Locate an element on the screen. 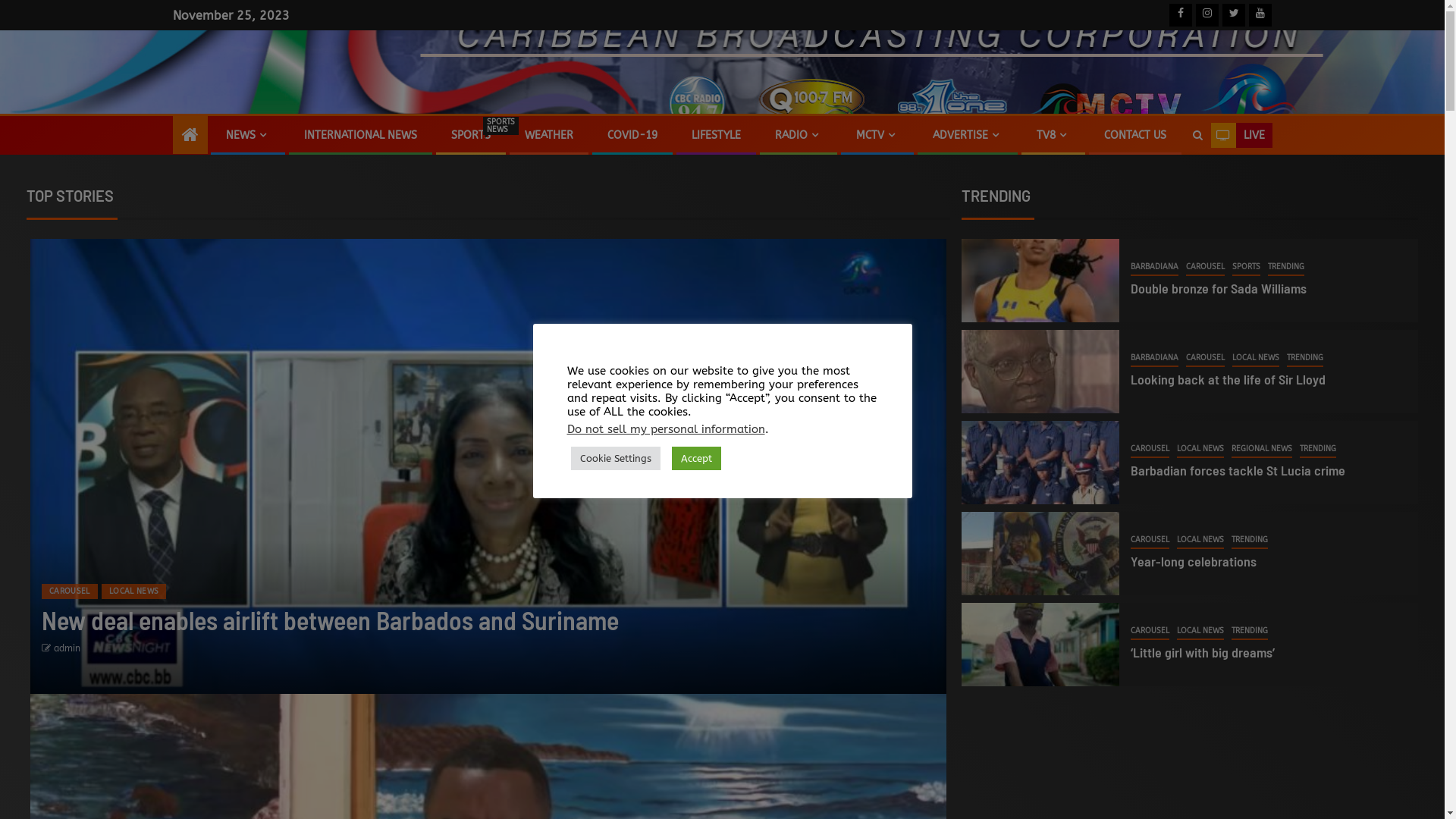 Image resolution: width=1456 pixels, height=819 pixels. 'LIVE' is located at coordinates (1241, 134).